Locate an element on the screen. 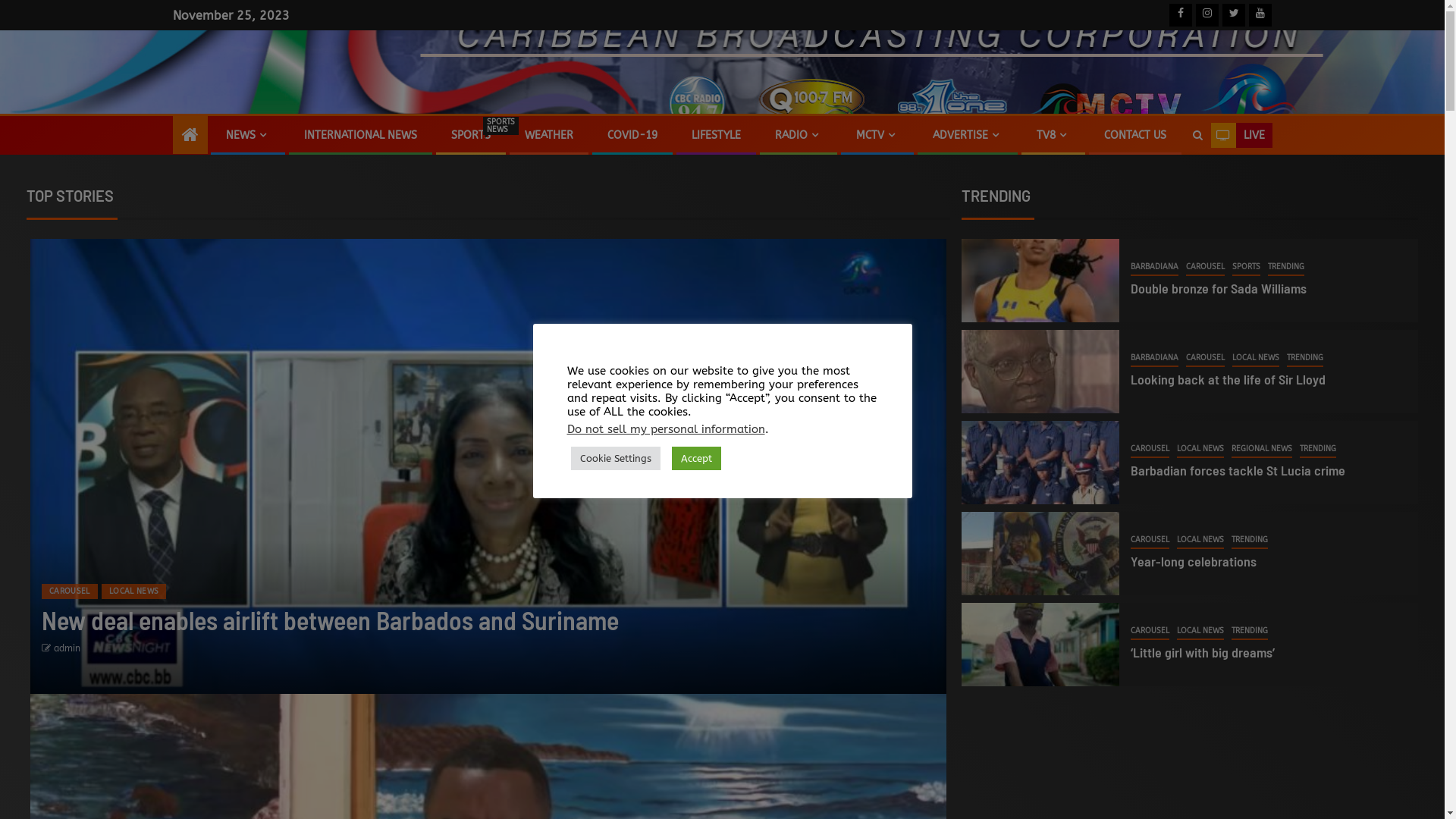 Image resolution: width=1456 pixels, height=819 pixels. 'LIVE' is located at coordinates (1241, 134).